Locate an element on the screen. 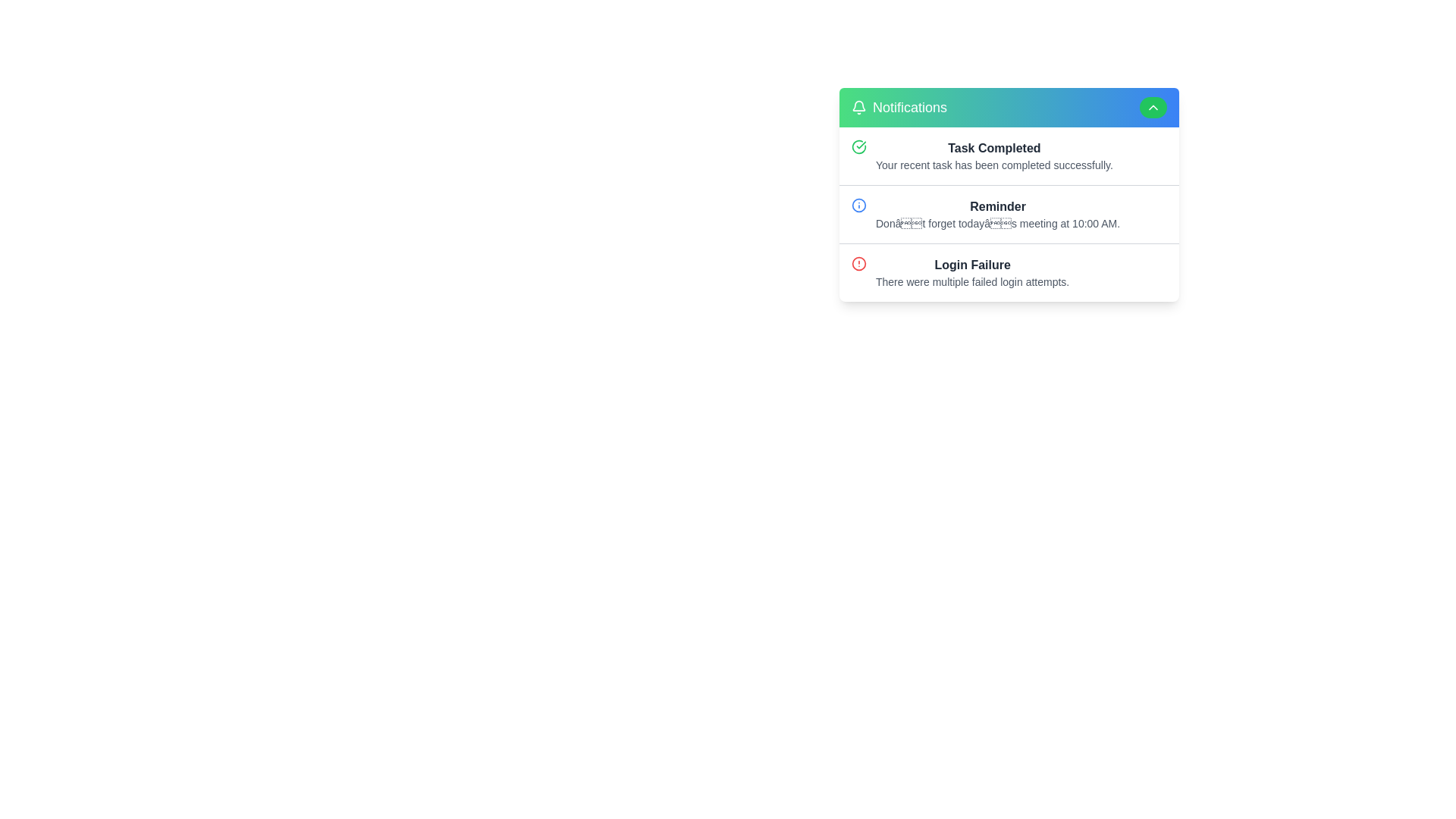 Image resolution: width=1456 pixels, height=819 pixels. the upward-pointing chevron icon within the green rounded button located at the top-right corner of the notification panel is located at coordinates (1153, 107).